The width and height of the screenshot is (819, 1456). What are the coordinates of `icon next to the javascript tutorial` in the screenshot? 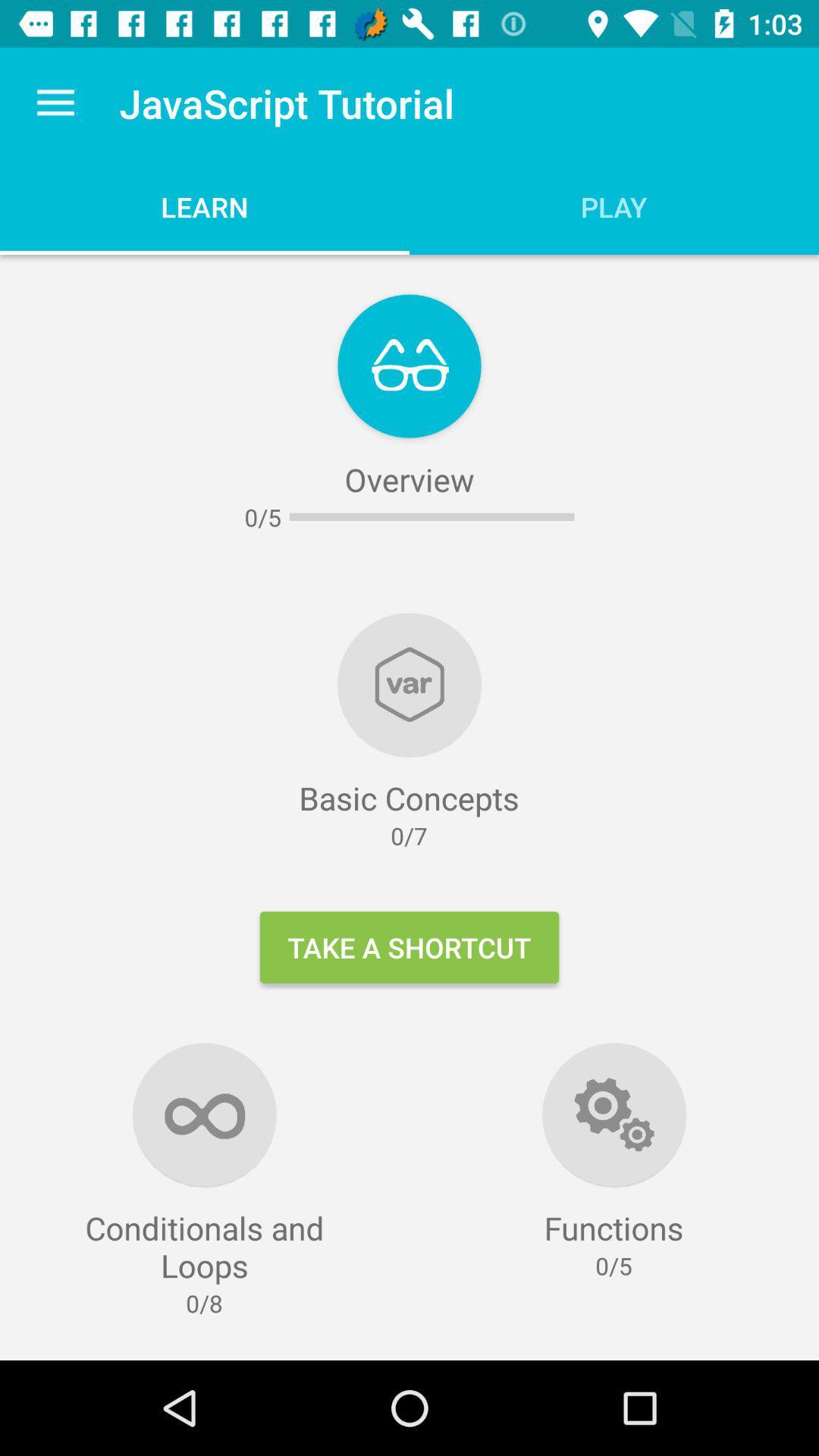 It's located at (55, 102).